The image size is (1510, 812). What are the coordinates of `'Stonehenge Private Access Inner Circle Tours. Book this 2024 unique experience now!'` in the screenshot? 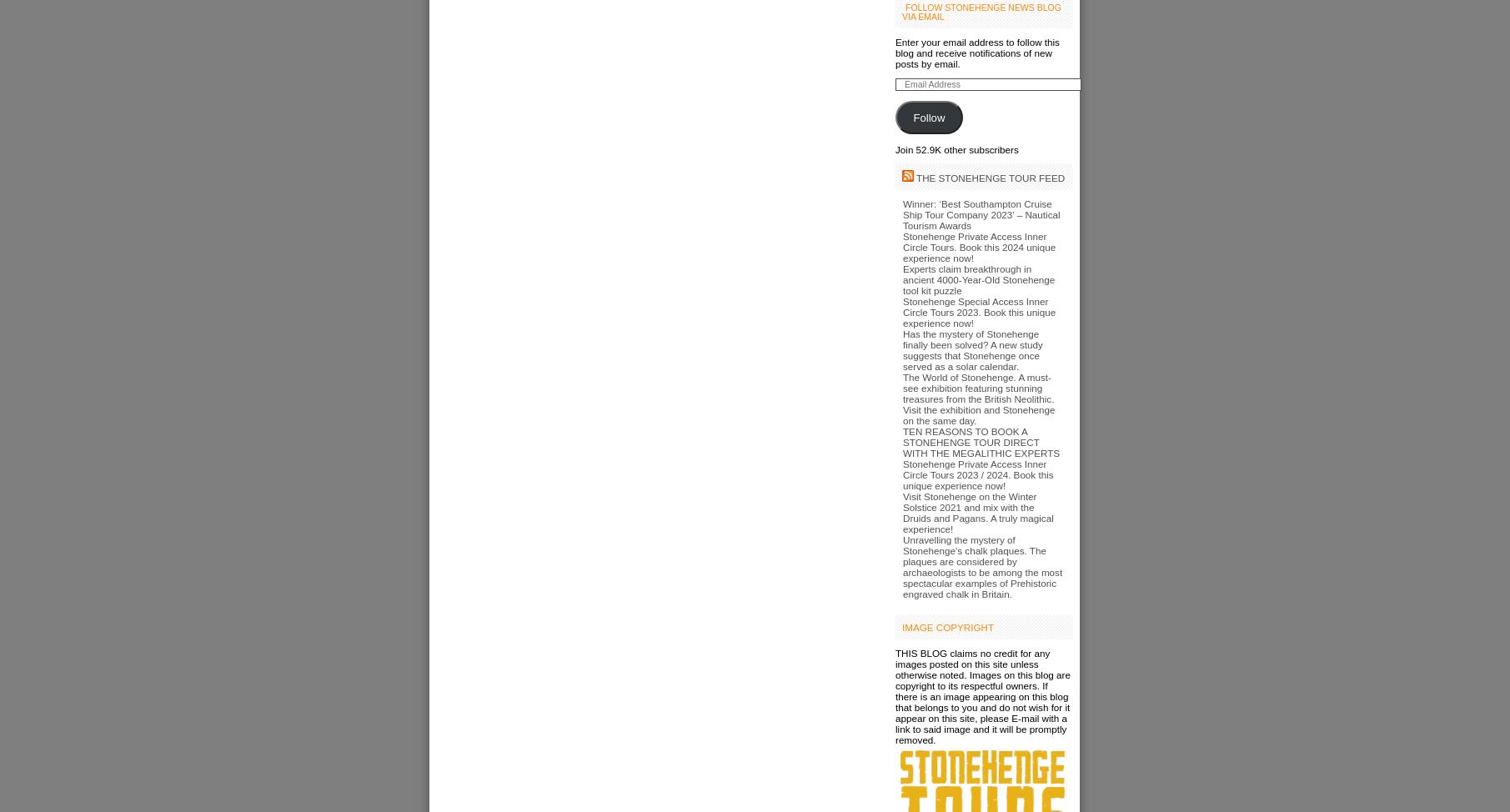 It's located at (978, 246).